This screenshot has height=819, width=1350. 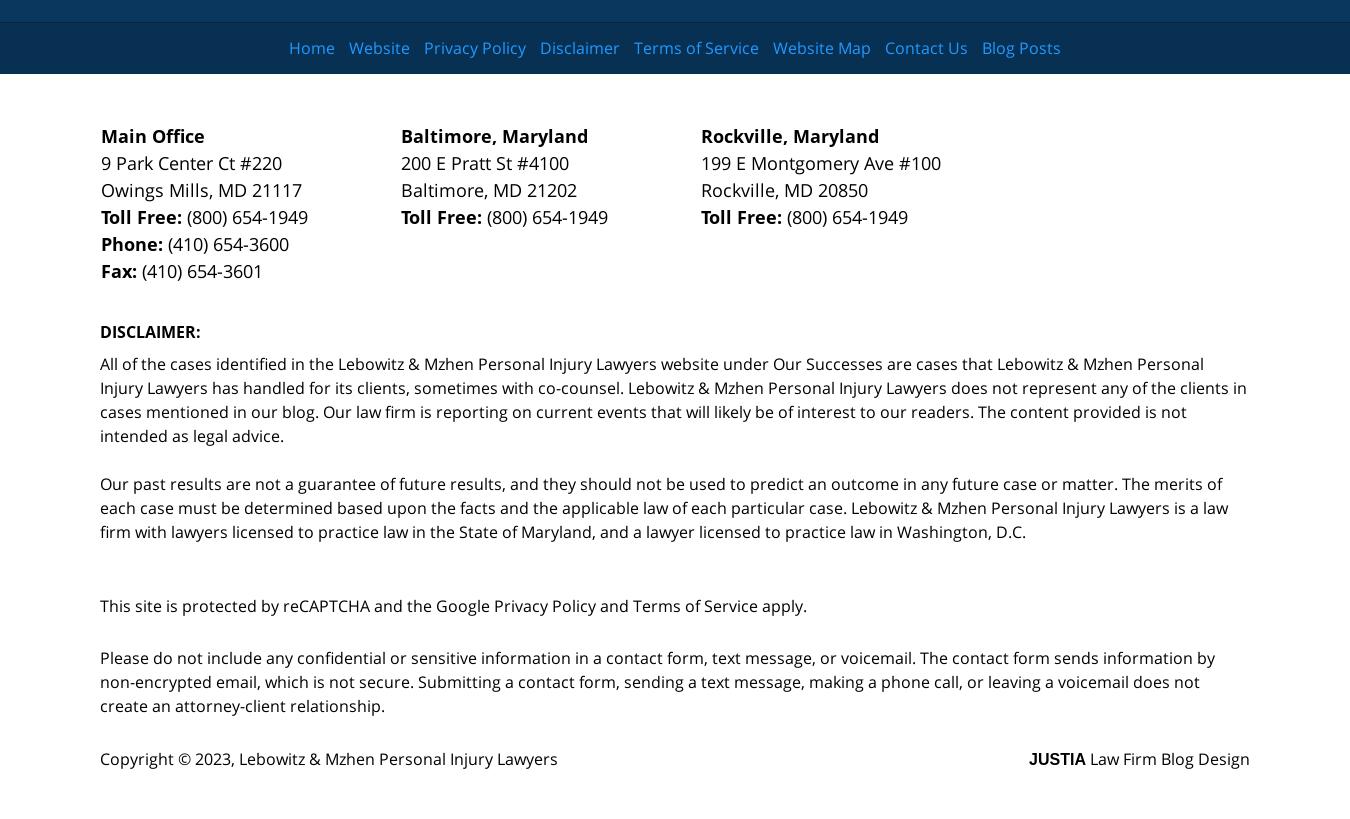 I want to click on '21202', so click(x=551, y=189).